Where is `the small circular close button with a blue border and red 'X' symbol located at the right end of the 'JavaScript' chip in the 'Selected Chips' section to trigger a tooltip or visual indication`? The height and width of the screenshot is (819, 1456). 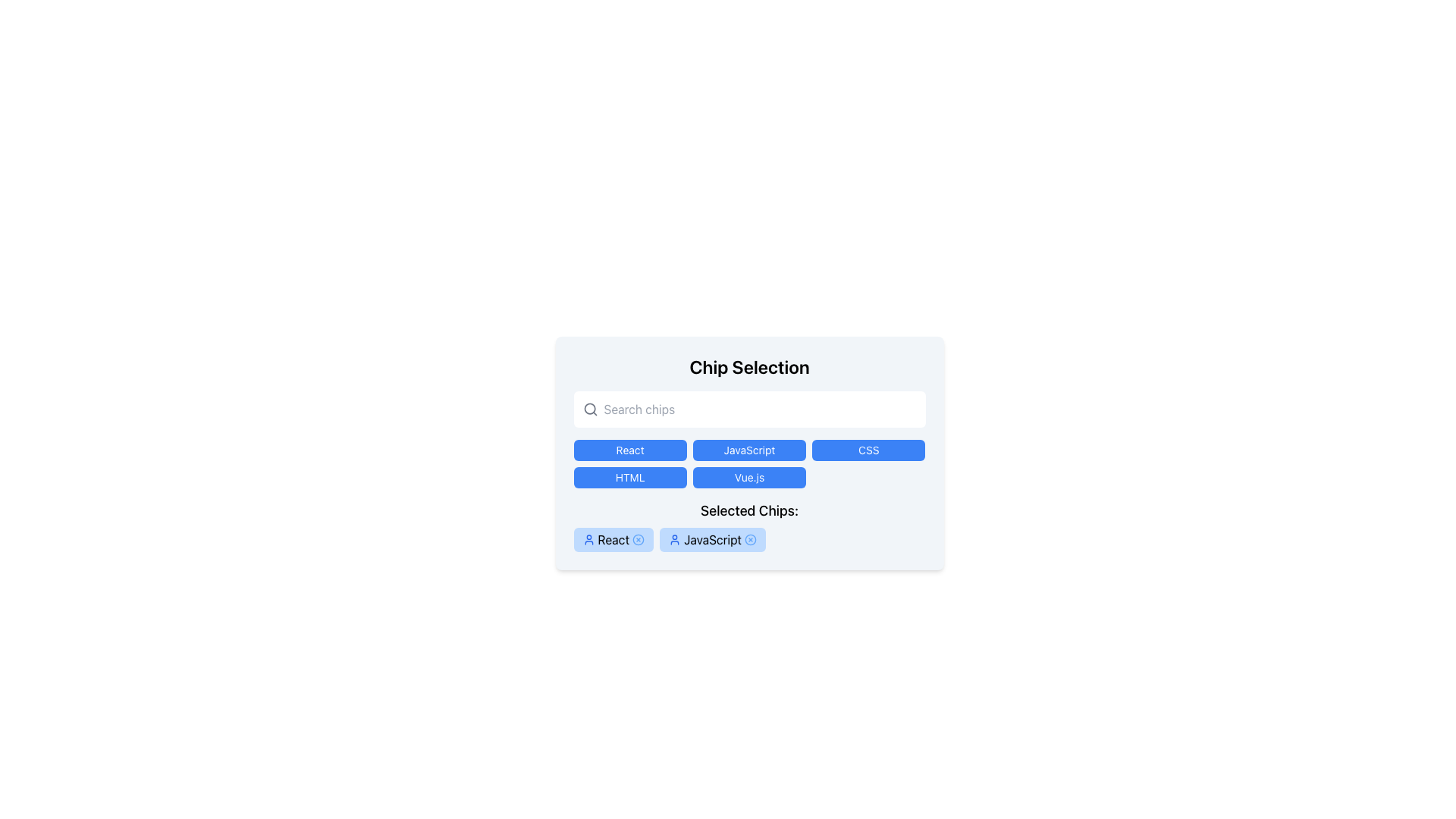
the small circular close button with a blue border and red 'X' symbol located at the right end of the 'JavaScript' chip in the 'Selected Chips' section to trigger a tooltip or visual indication is located at coordinates (750, 539).